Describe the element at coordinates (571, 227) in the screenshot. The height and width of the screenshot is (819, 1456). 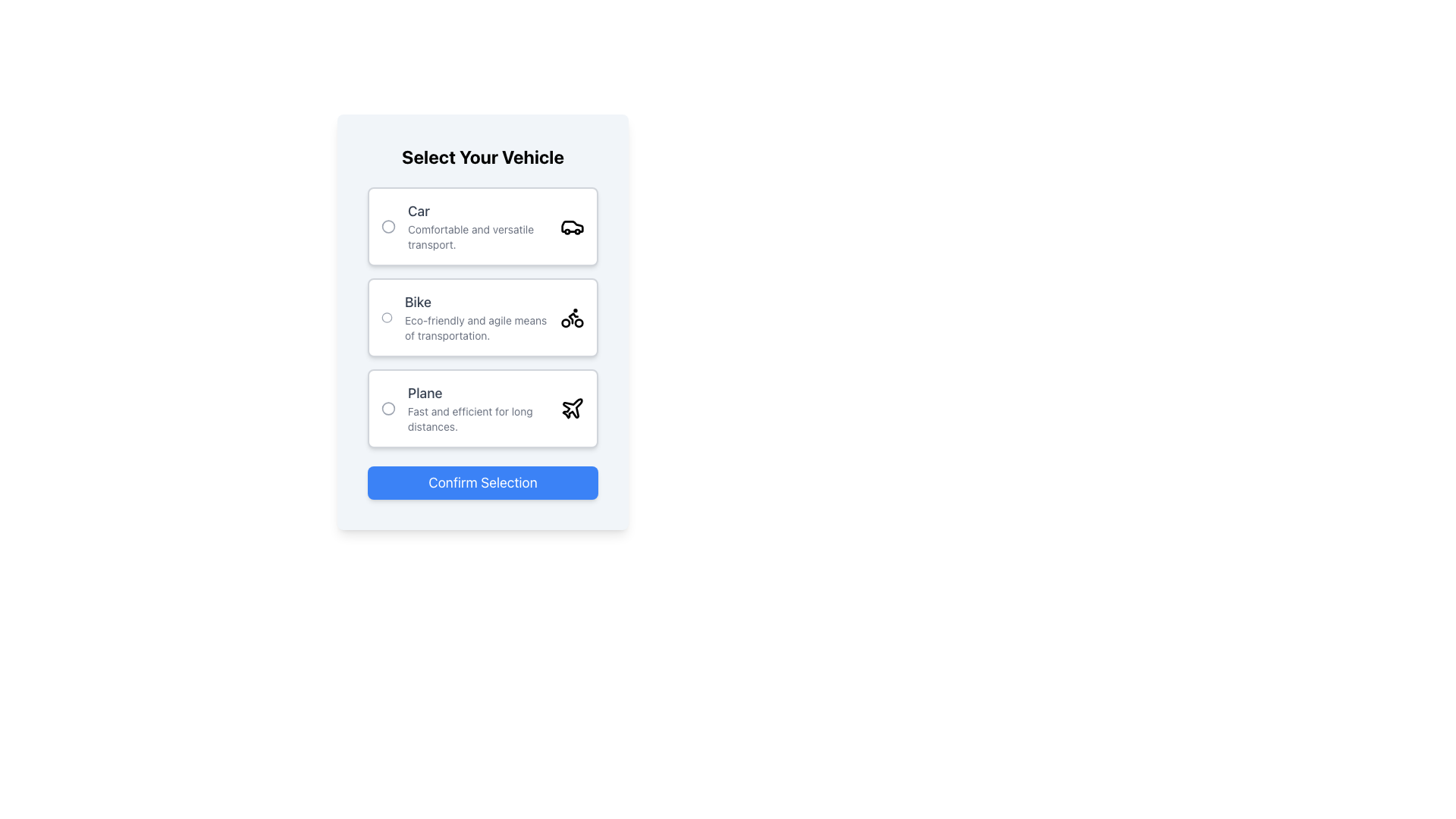
I see `the car-shaped icon located in the upper right corner of the 'Car' option card, adjacent to the descriptive text for the 'Car' option` at that location.